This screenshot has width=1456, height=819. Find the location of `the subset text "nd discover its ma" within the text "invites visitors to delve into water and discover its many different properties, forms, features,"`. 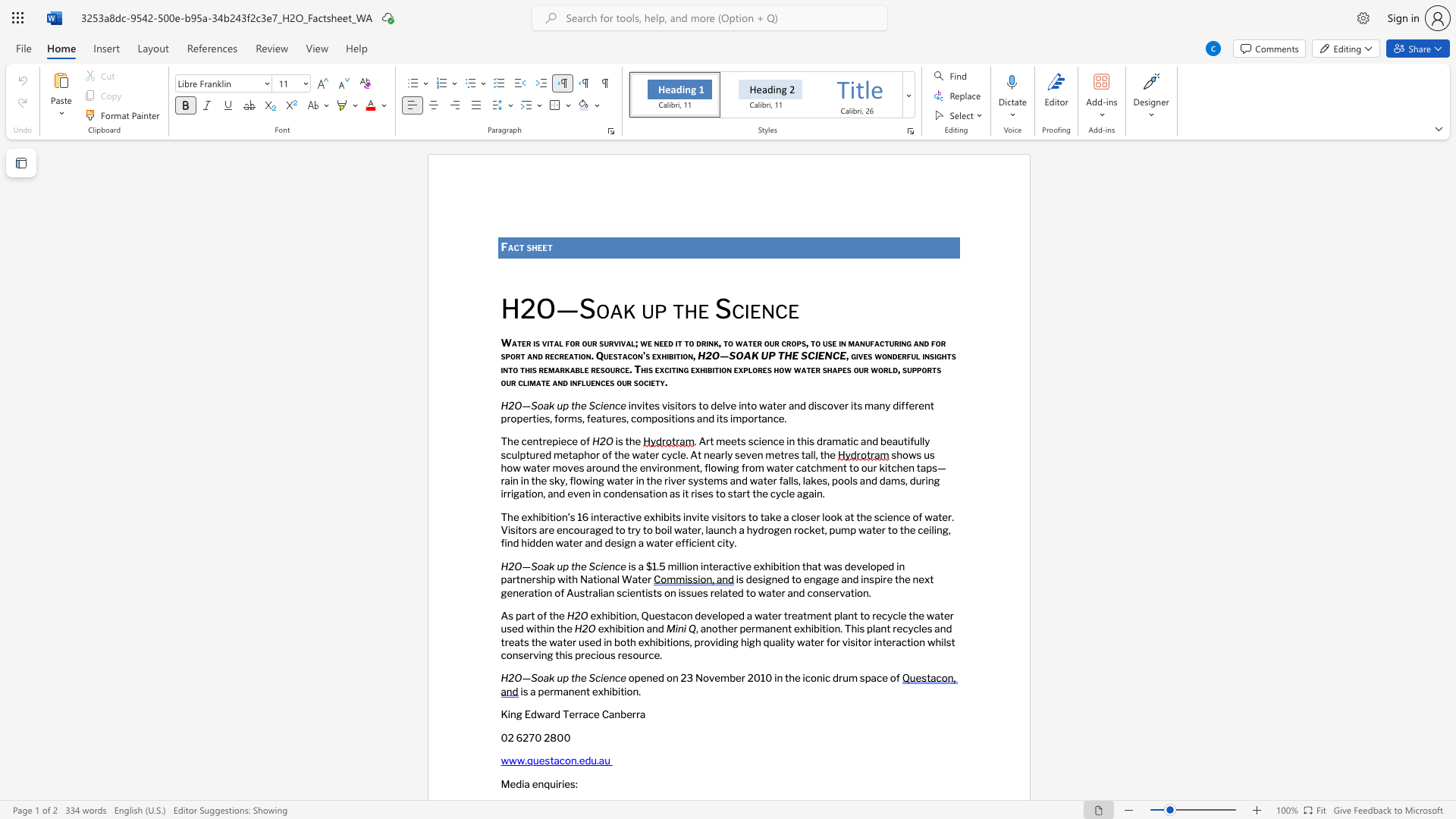

the subset text "nd discover its ma" within the text "invites visitors to delve into water and discover its many different properties, forms, features," is located at coordinates (793, 404).